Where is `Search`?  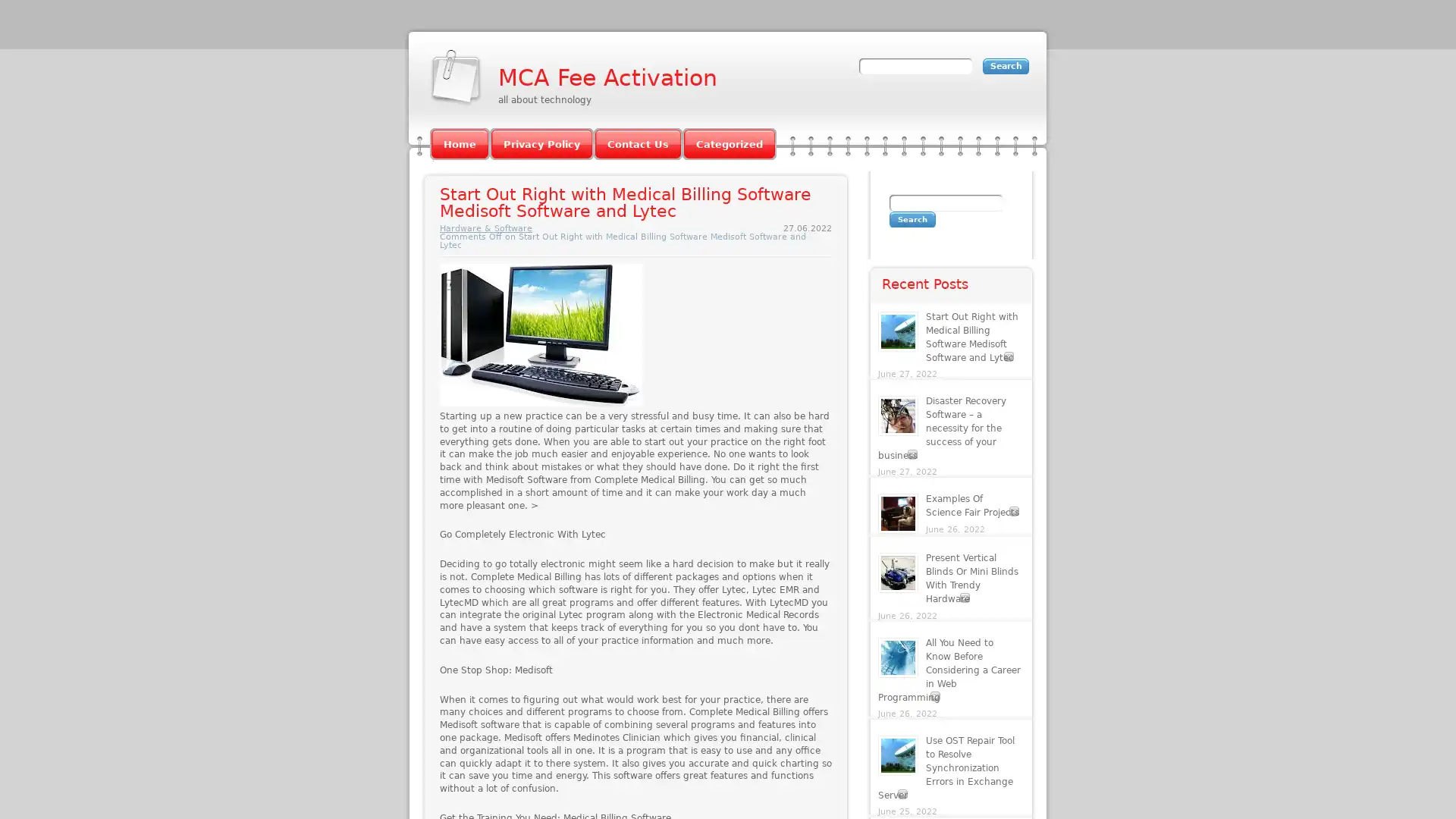
Search is located at coordinates (1006, 65).